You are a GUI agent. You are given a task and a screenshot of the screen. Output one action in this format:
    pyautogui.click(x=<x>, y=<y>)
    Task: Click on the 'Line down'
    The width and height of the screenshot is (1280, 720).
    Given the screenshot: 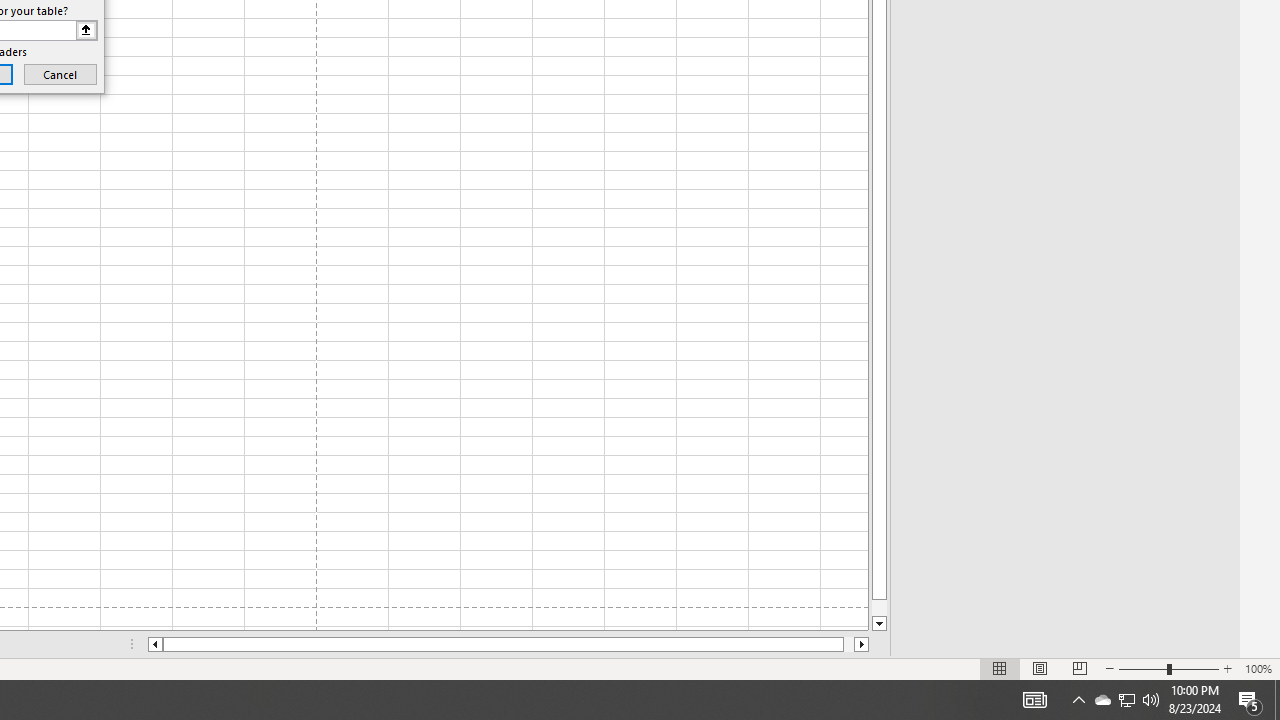 What is the action you would take?
    pyautogui.click(x=879, y=623)
    